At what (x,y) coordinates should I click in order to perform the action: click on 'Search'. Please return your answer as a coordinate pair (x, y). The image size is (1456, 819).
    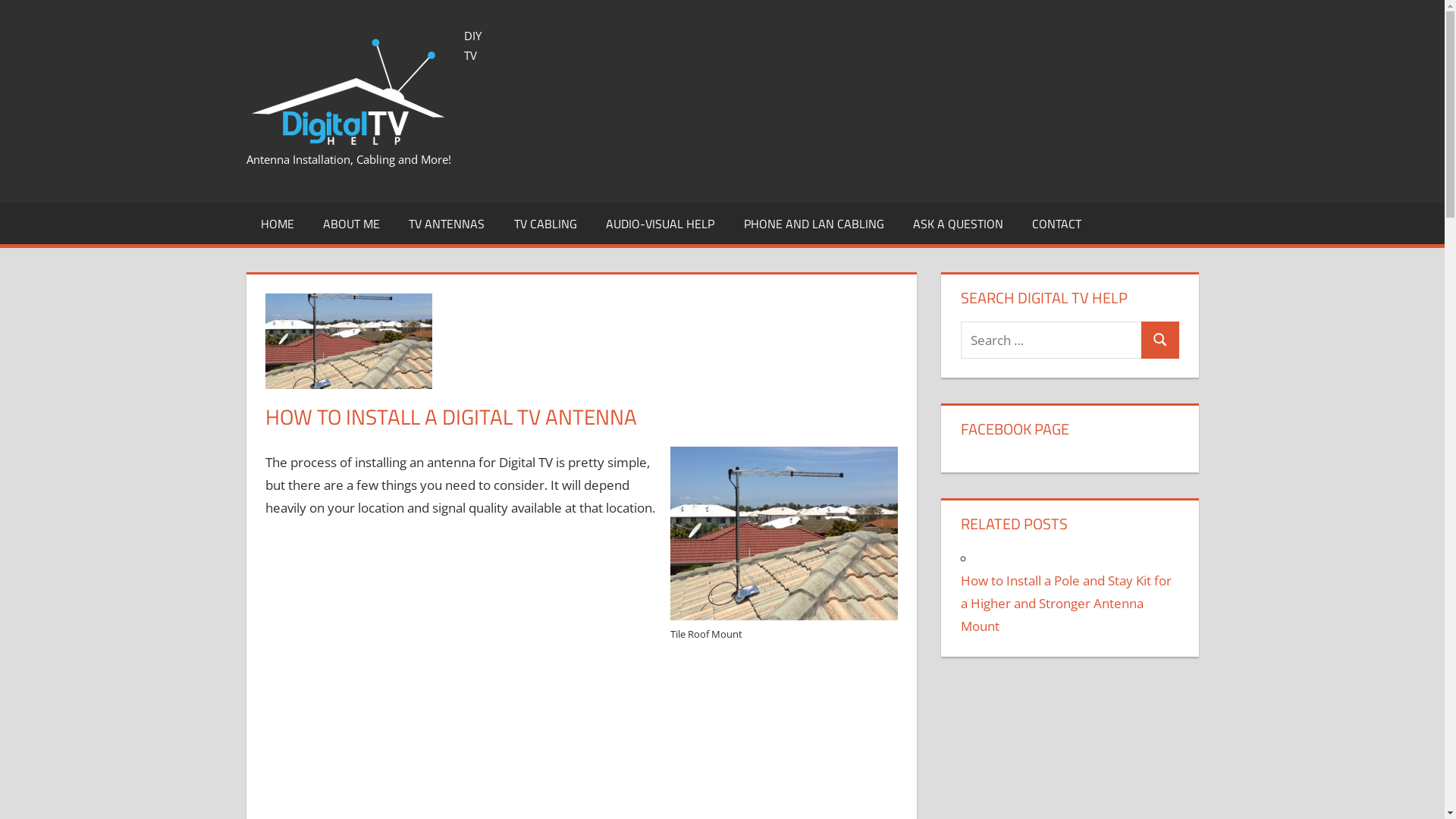
    Looking at the image, I should click on (1159, 339).